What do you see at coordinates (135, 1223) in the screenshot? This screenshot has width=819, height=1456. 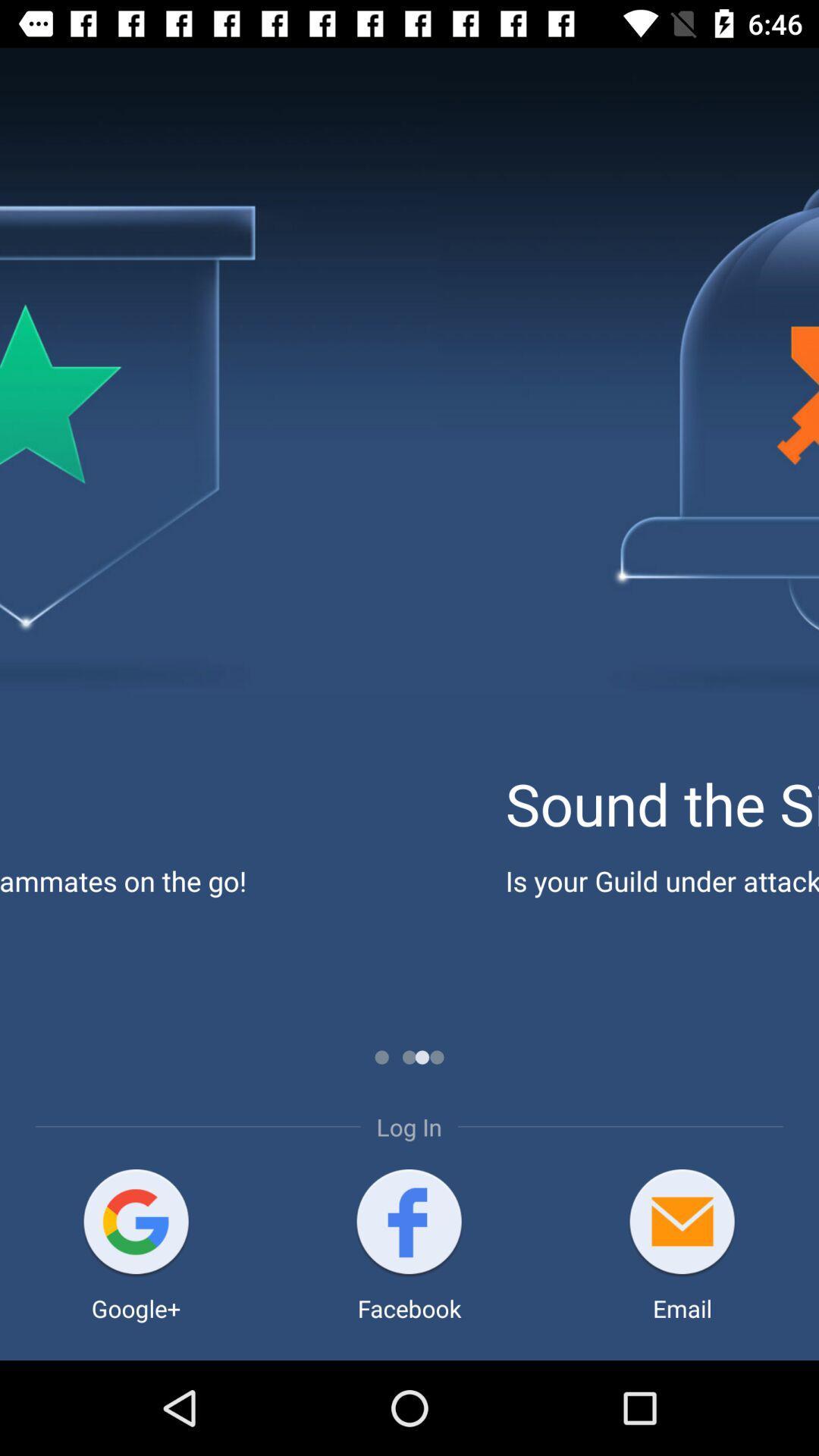 I see `open google` at bounding box center [135, 1223].